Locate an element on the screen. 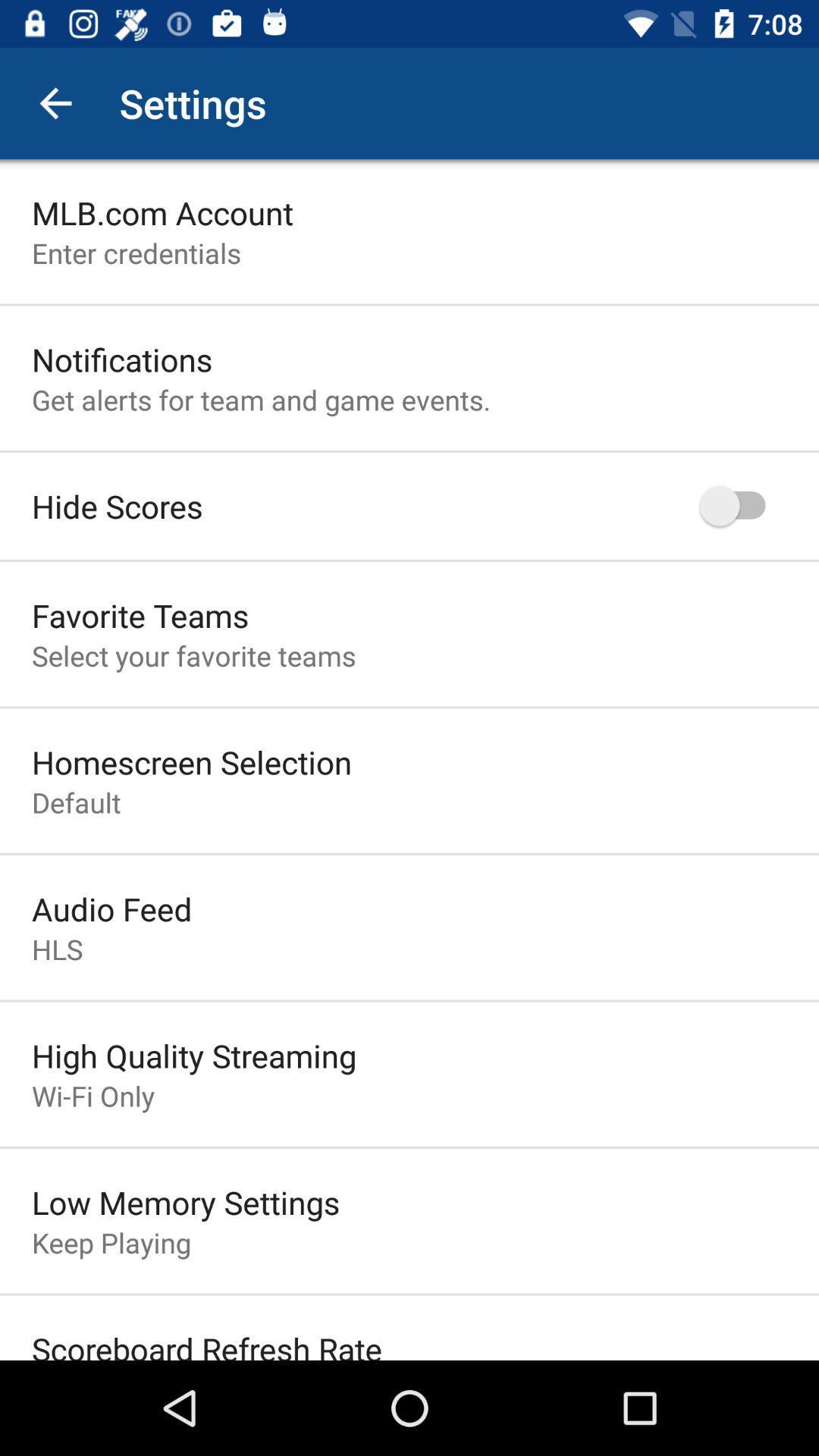  item above low memory settings item is located at coordinates (93, 1096).